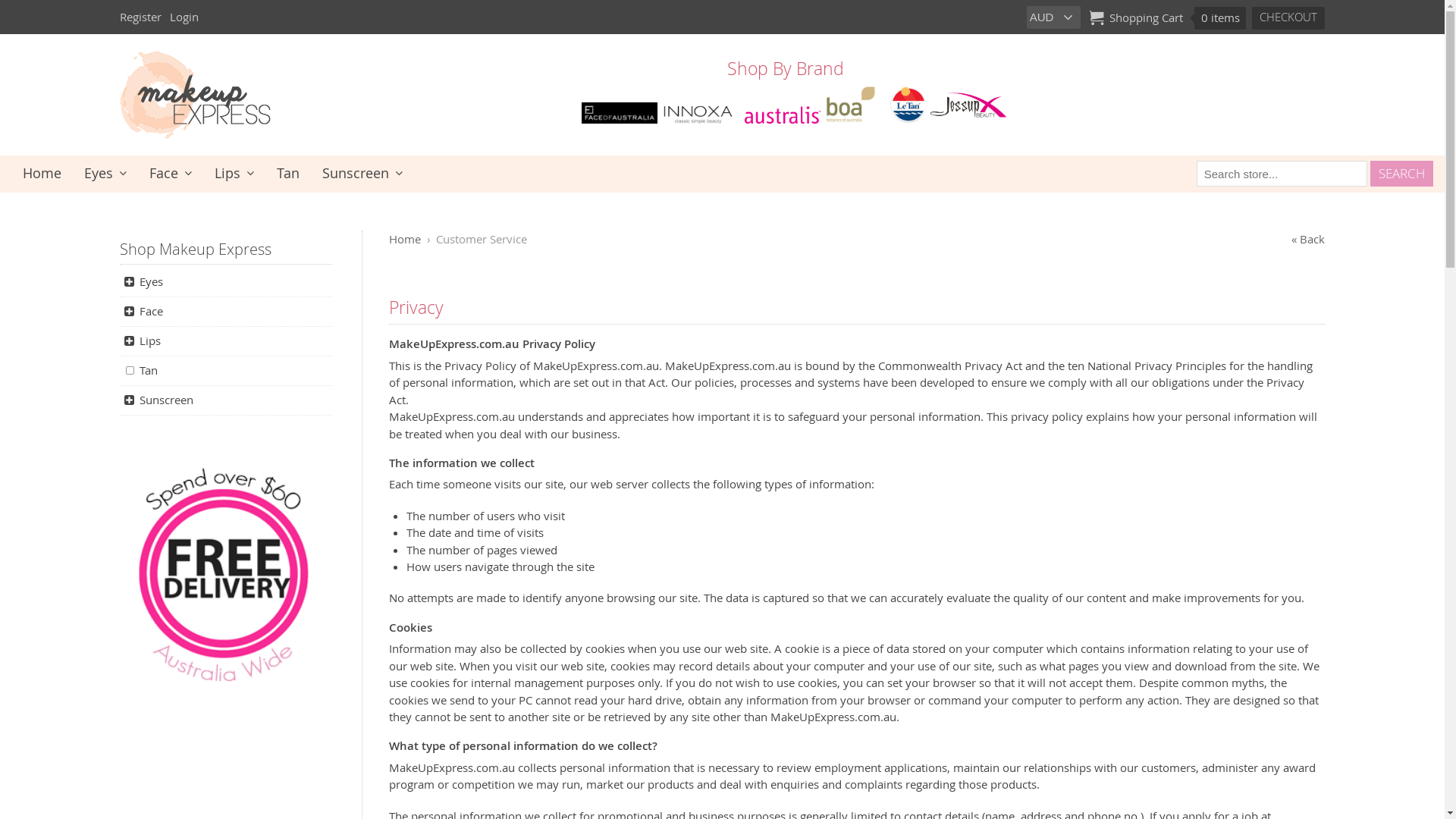 Image resolution: width=1456 pixels, height=819 pixels. What do you see at coordinates (224, 582) in the screenshot?
I see `'Free shipping $60 and over  - Australia wide'` at bounding box center [224, 582].